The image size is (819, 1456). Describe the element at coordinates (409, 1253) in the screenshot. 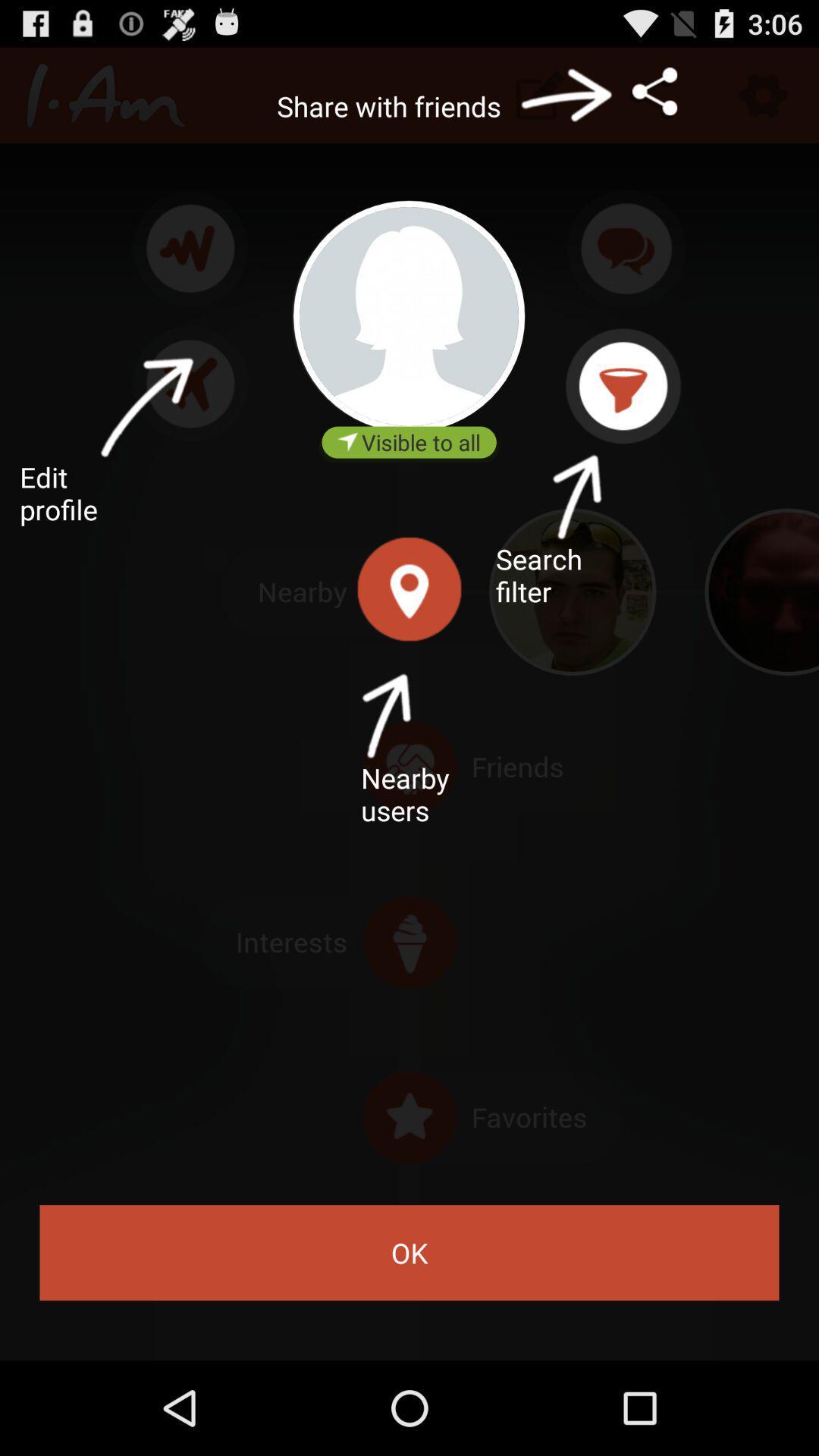

I see `the item below nearby` at that location.